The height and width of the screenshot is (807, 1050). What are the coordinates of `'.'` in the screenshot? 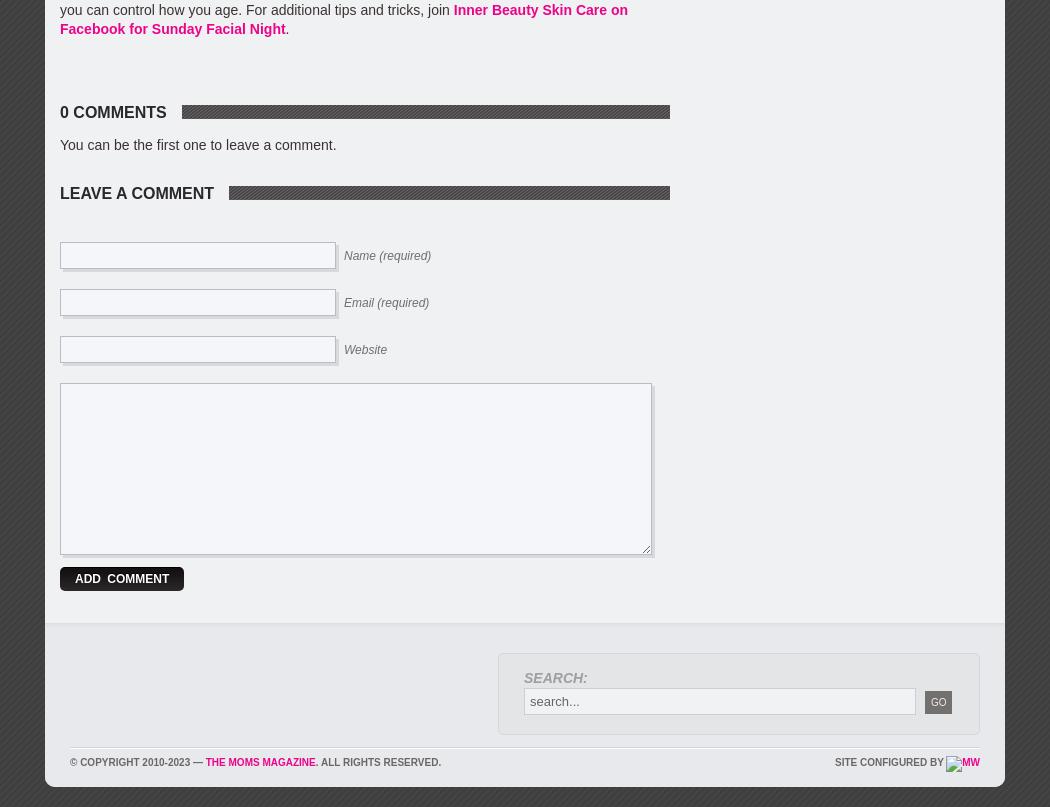 It's located at (285, 28).